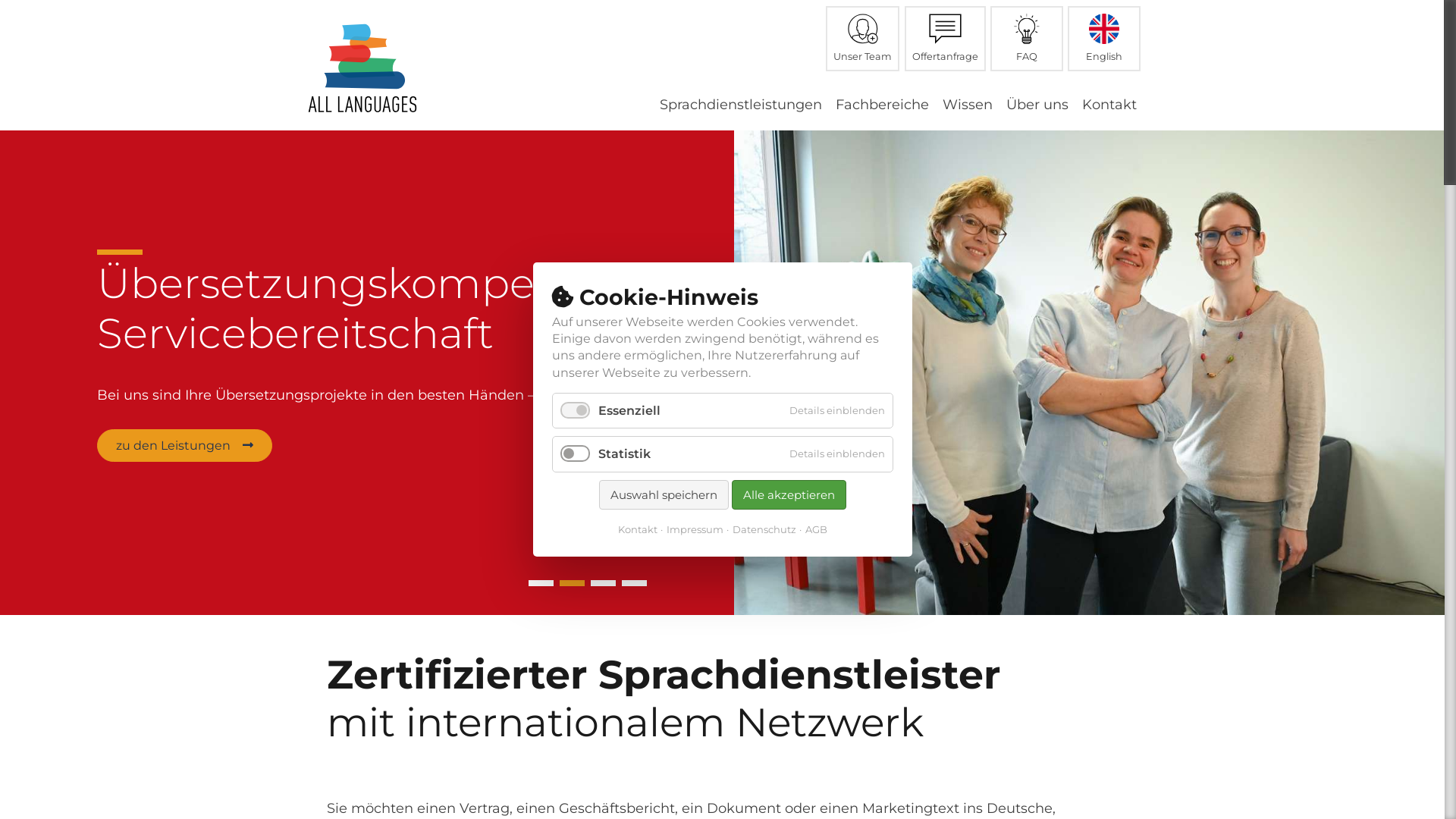  Describe the element at coordinates (836, 453) in the screenshot. I see `'Details einblenden'` at that location.